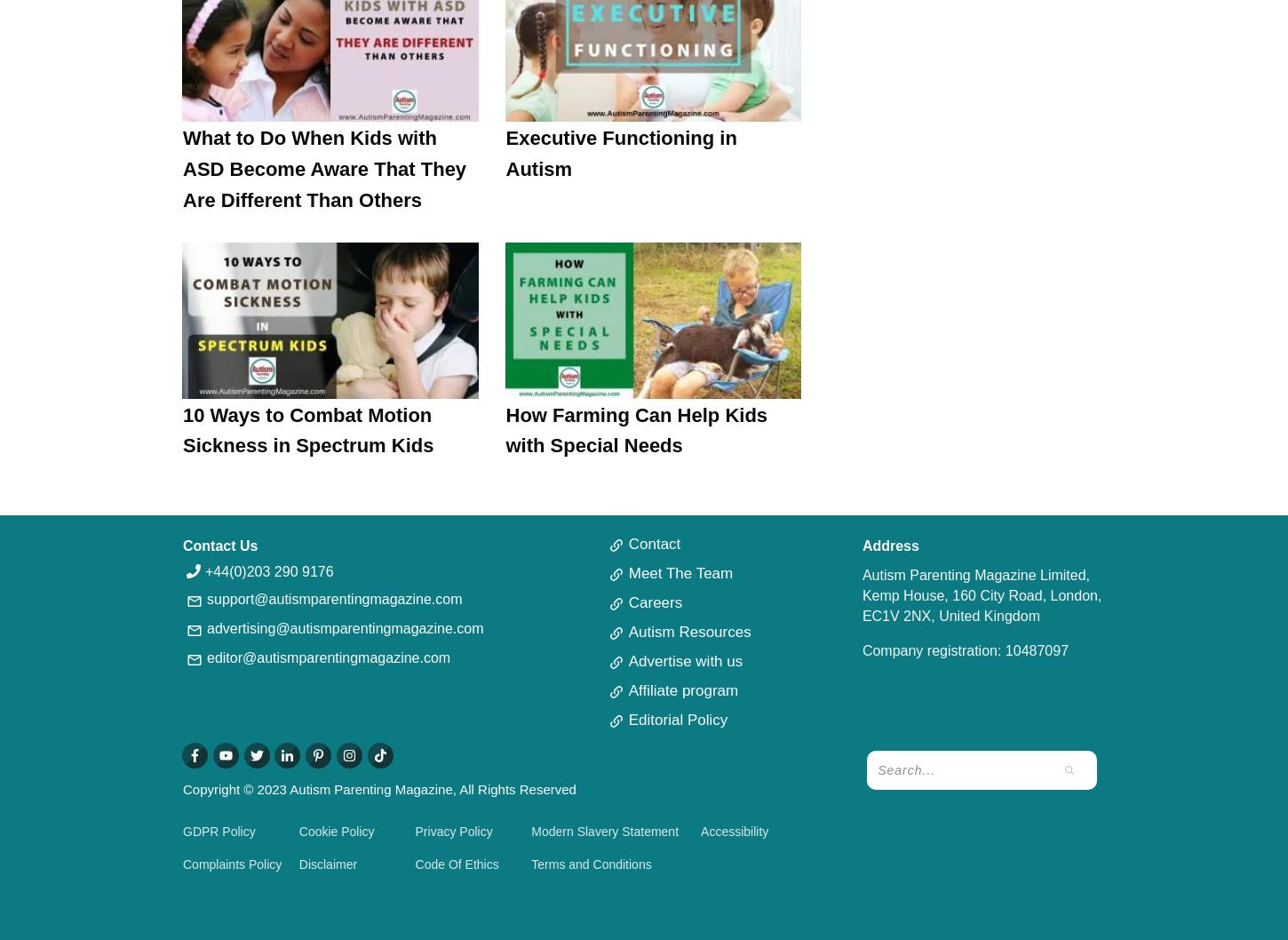 This screenshot has width=1288, height=940. What do you see at coordinates (620, 152) in the screenshot?
I see `'Executive Functioning in Autism'` at bounding box center [620, 152].